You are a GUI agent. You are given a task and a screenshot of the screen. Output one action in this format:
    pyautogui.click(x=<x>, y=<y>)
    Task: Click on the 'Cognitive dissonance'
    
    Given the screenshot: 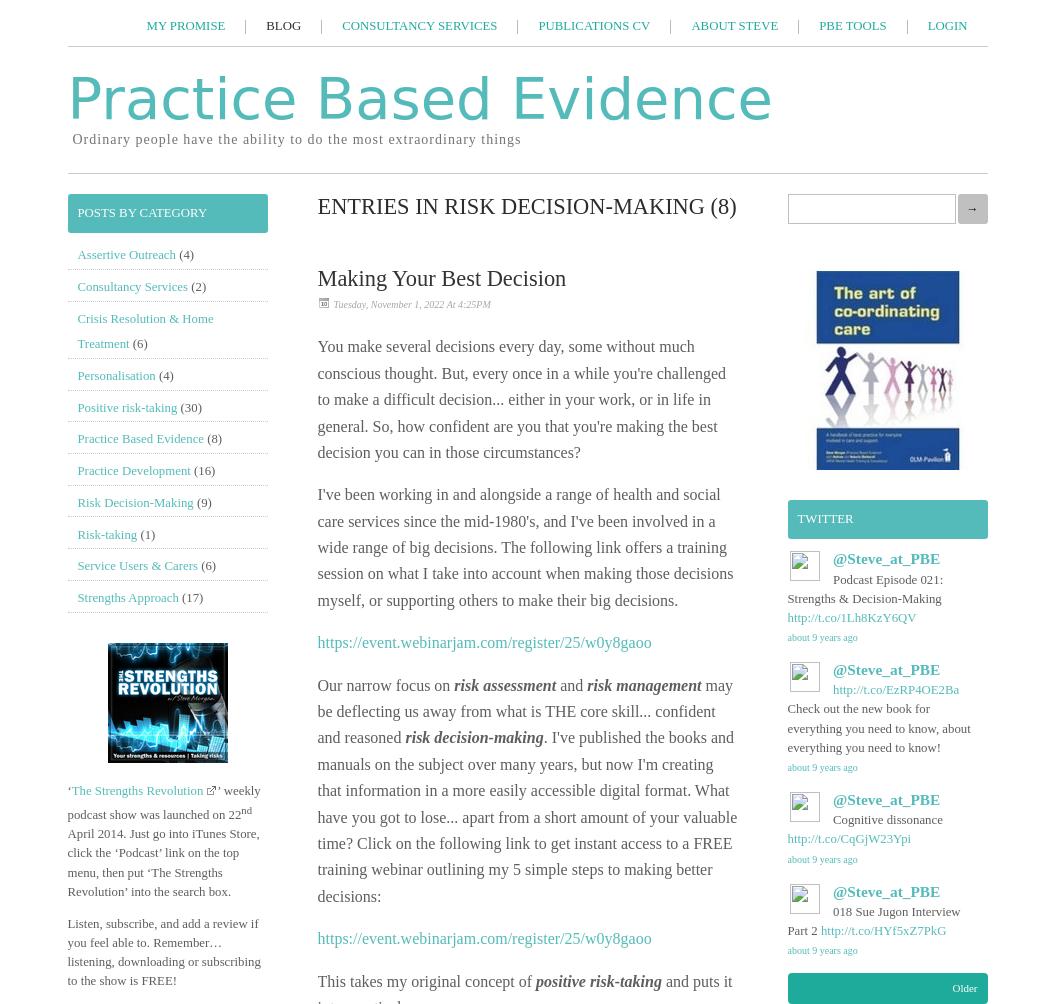 What is the action you would take?
    pyautogui.click(x=886, y=819)
    